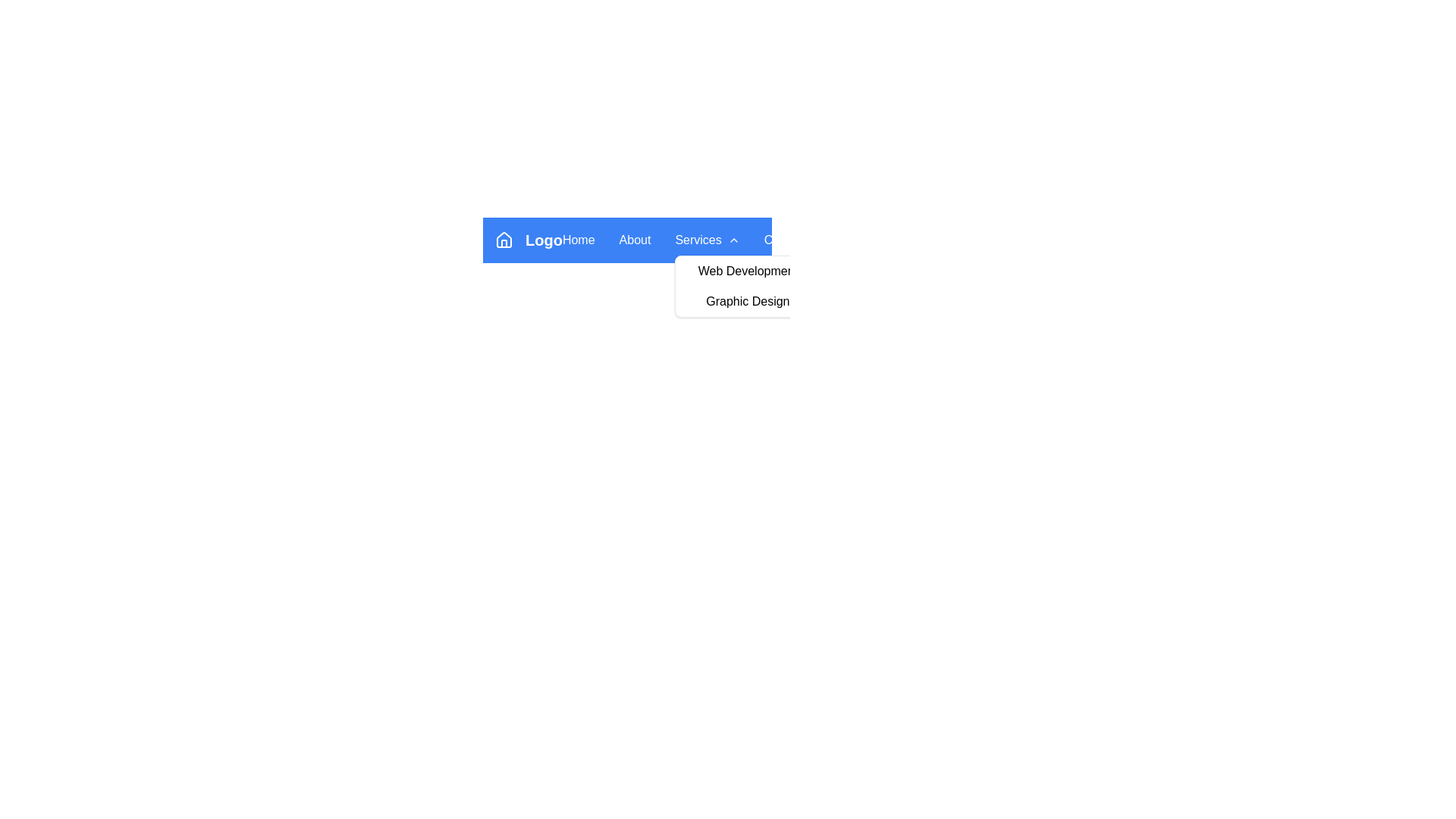 This screenshot has width=1456, height=819. I want to click on the navigational link positioned centrally in the top section of the interface, part of a blue background menu, so click(627, 239).